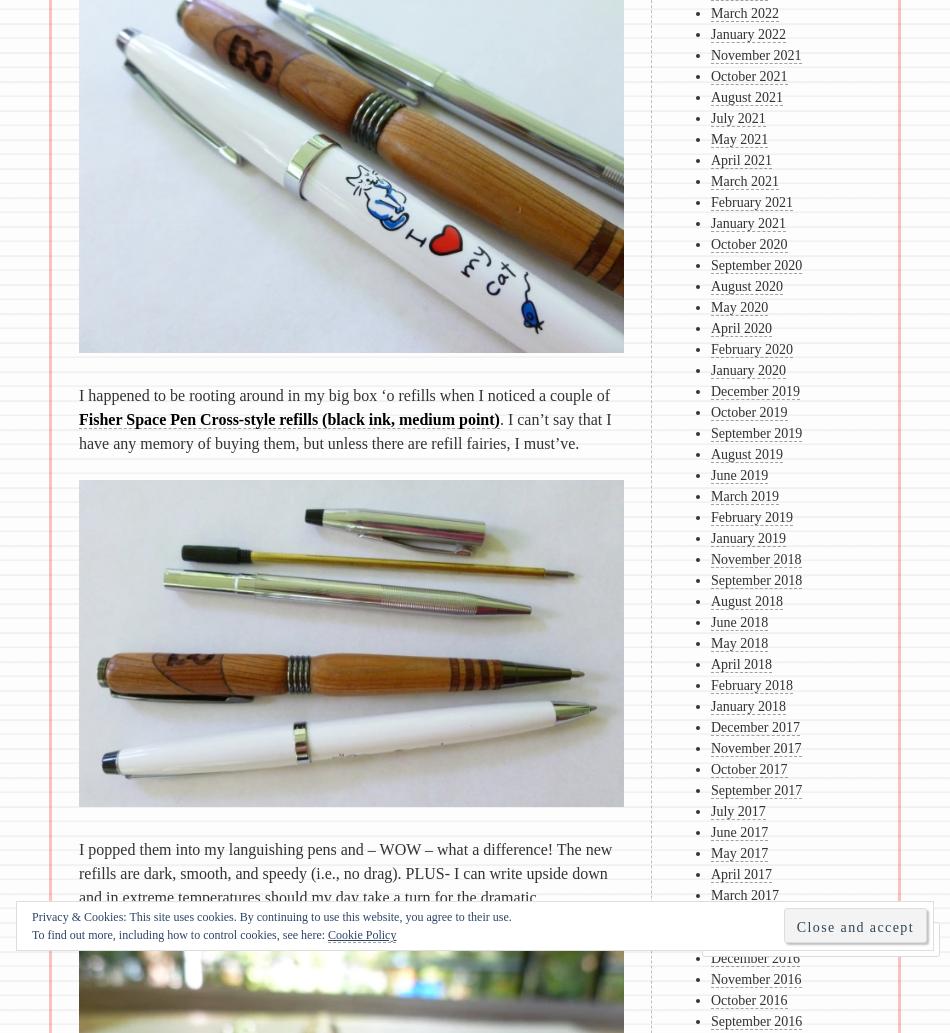 This screenshot has height=1033, width=950. Describe the element at coordinates (710, 243) in the screenshot. I see `'October 2020'` at that location.